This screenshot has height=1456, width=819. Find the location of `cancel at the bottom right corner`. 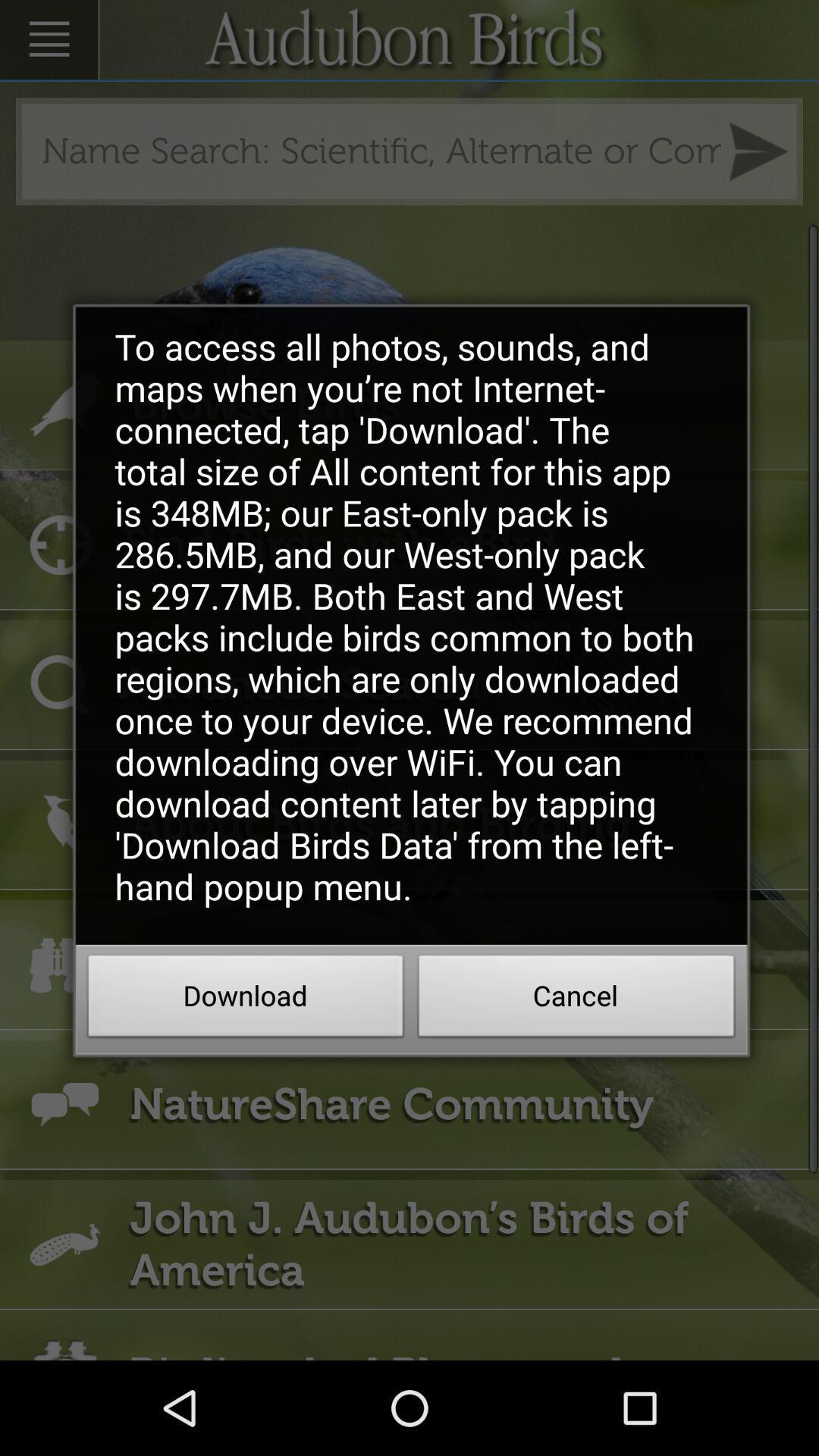

cancel at the bottom right corner is located at coordinates (576, 1000).